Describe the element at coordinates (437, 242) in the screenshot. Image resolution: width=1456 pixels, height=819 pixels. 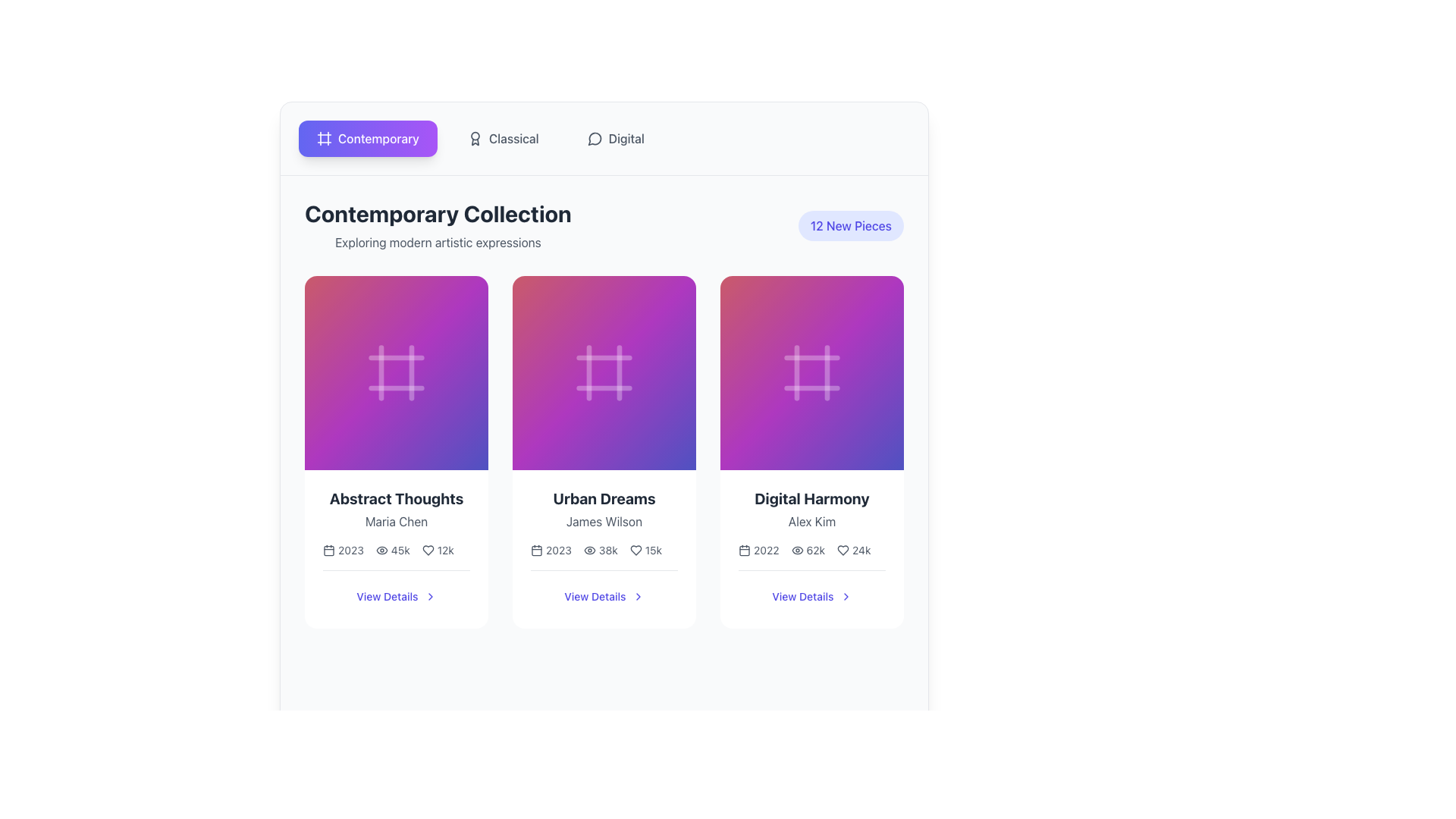
I see `text label providing context for the title 'Contemporary Collection' located below it` at that location.